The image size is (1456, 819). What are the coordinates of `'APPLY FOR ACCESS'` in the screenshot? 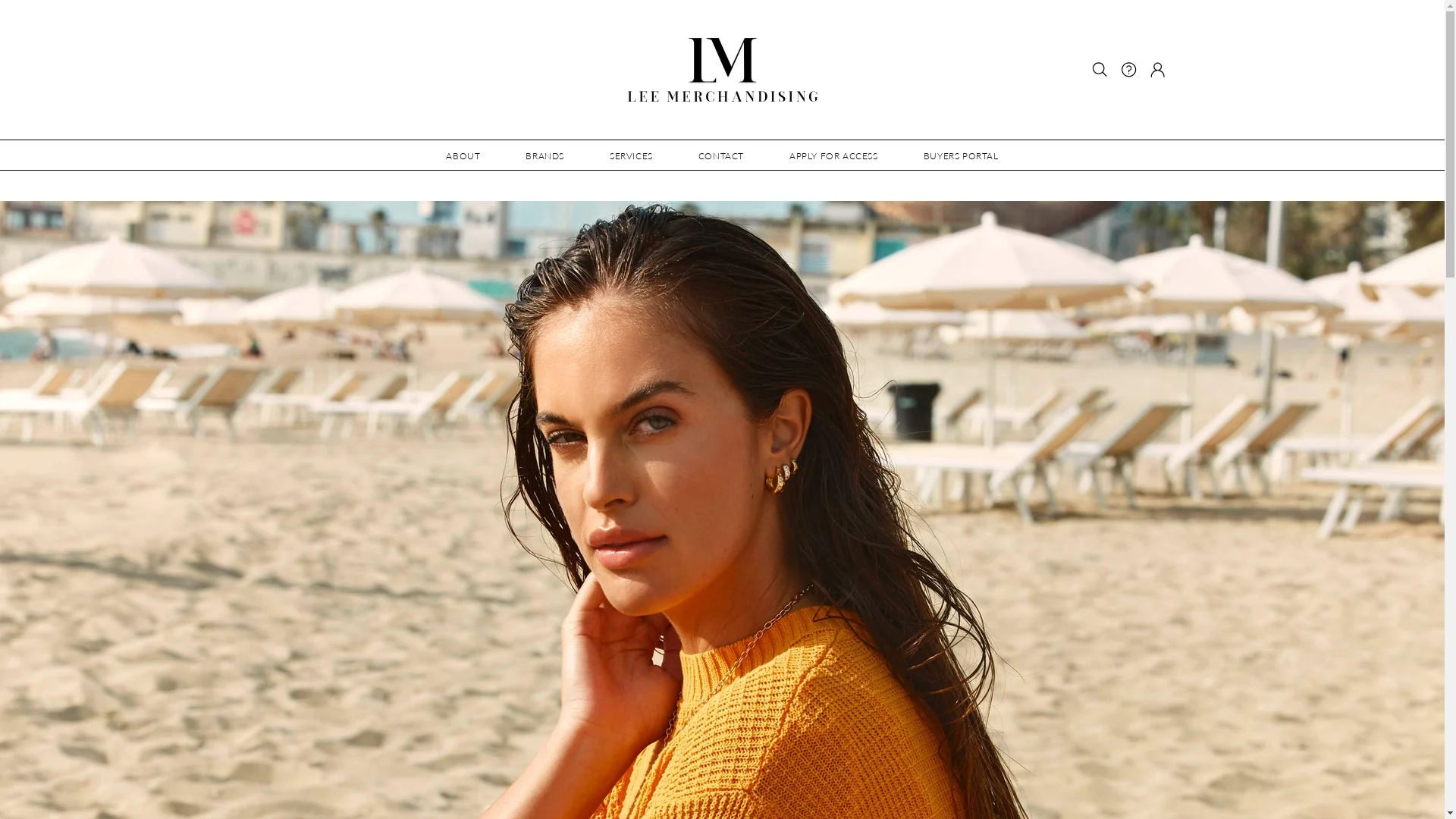 It's located at (767, 155).